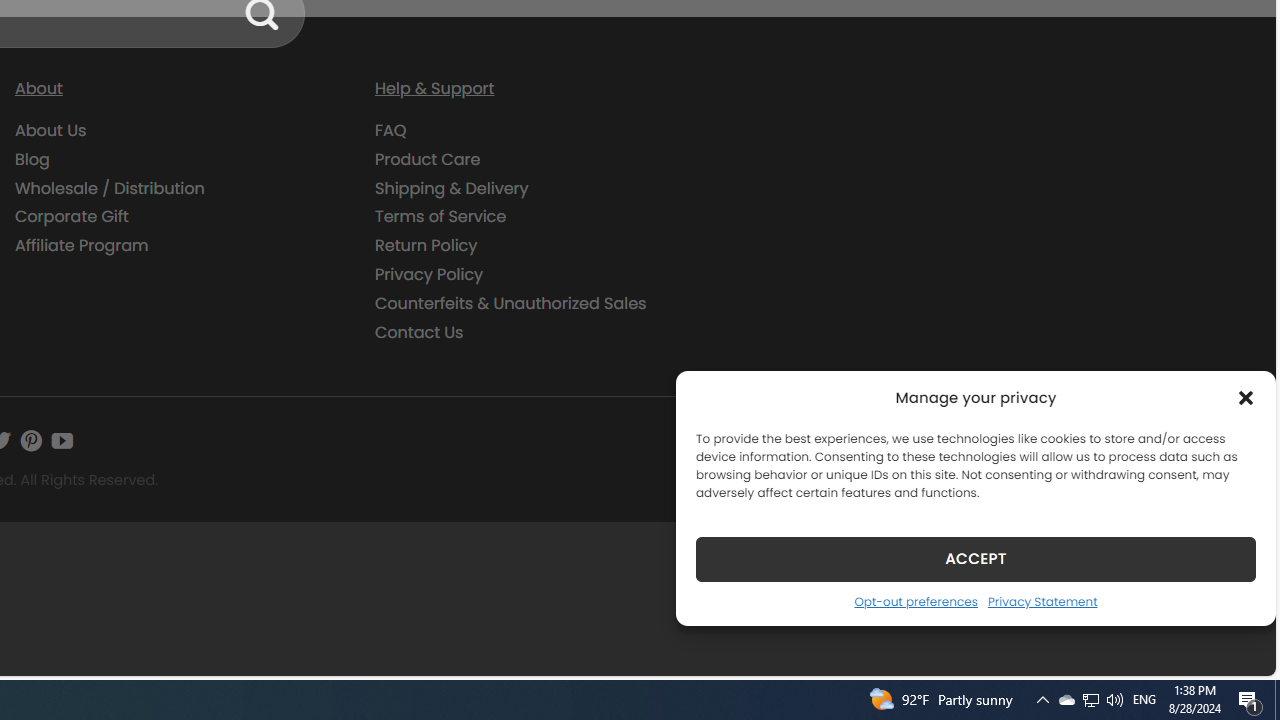 This screenshot has width=1280, height=720. I want to click on 'Contact Us', so click(418, 330).